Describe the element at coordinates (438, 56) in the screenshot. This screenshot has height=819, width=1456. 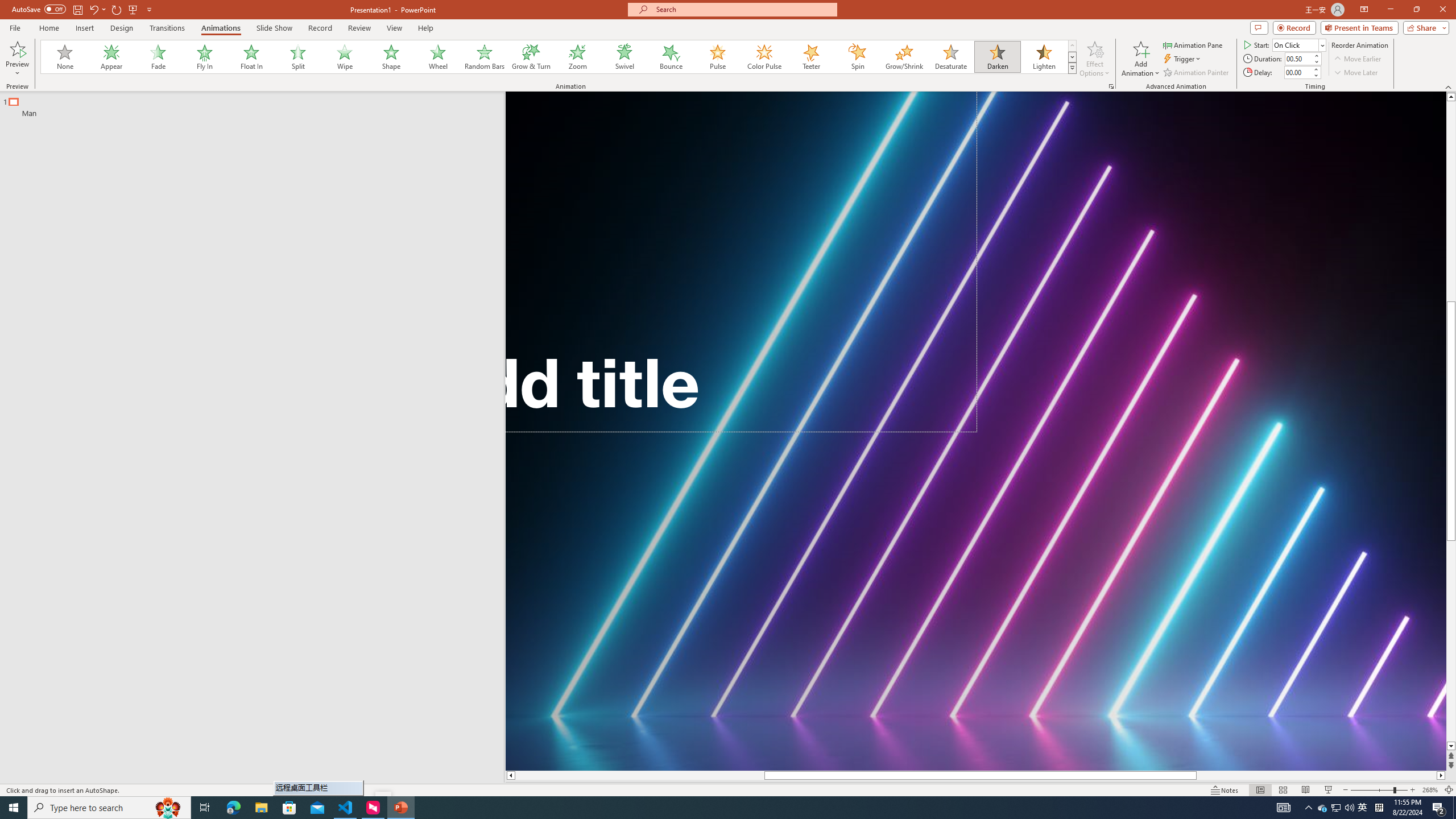
I see `'Wheel'` at that location.